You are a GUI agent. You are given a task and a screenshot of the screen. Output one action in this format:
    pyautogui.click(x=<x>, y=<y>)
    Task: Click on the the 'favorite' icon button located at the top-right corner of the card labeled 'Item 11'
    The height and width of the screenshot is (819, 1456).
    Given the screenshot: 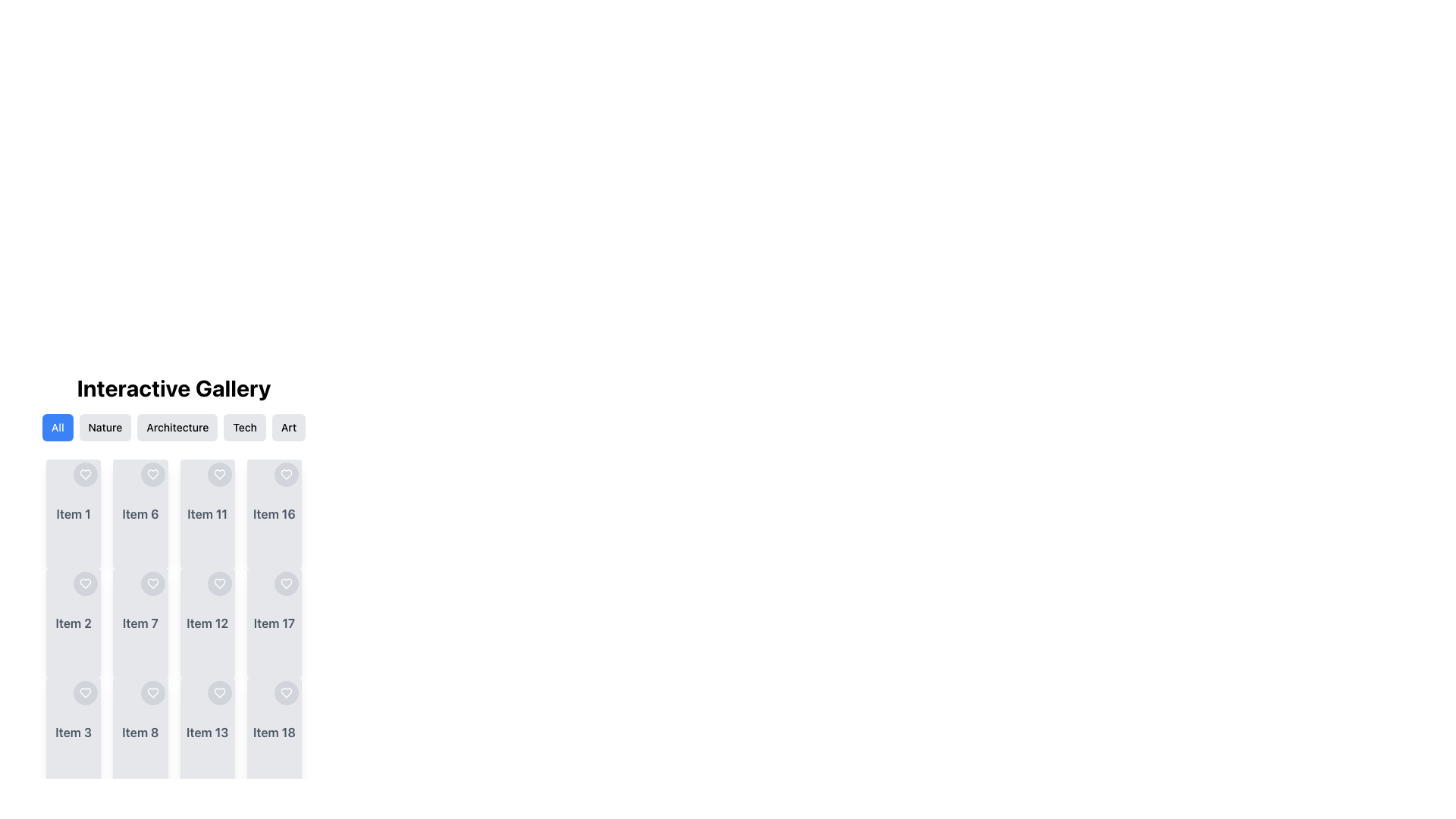 What is the action you would take?
    pyautogui.click(x=218, y=473)
    